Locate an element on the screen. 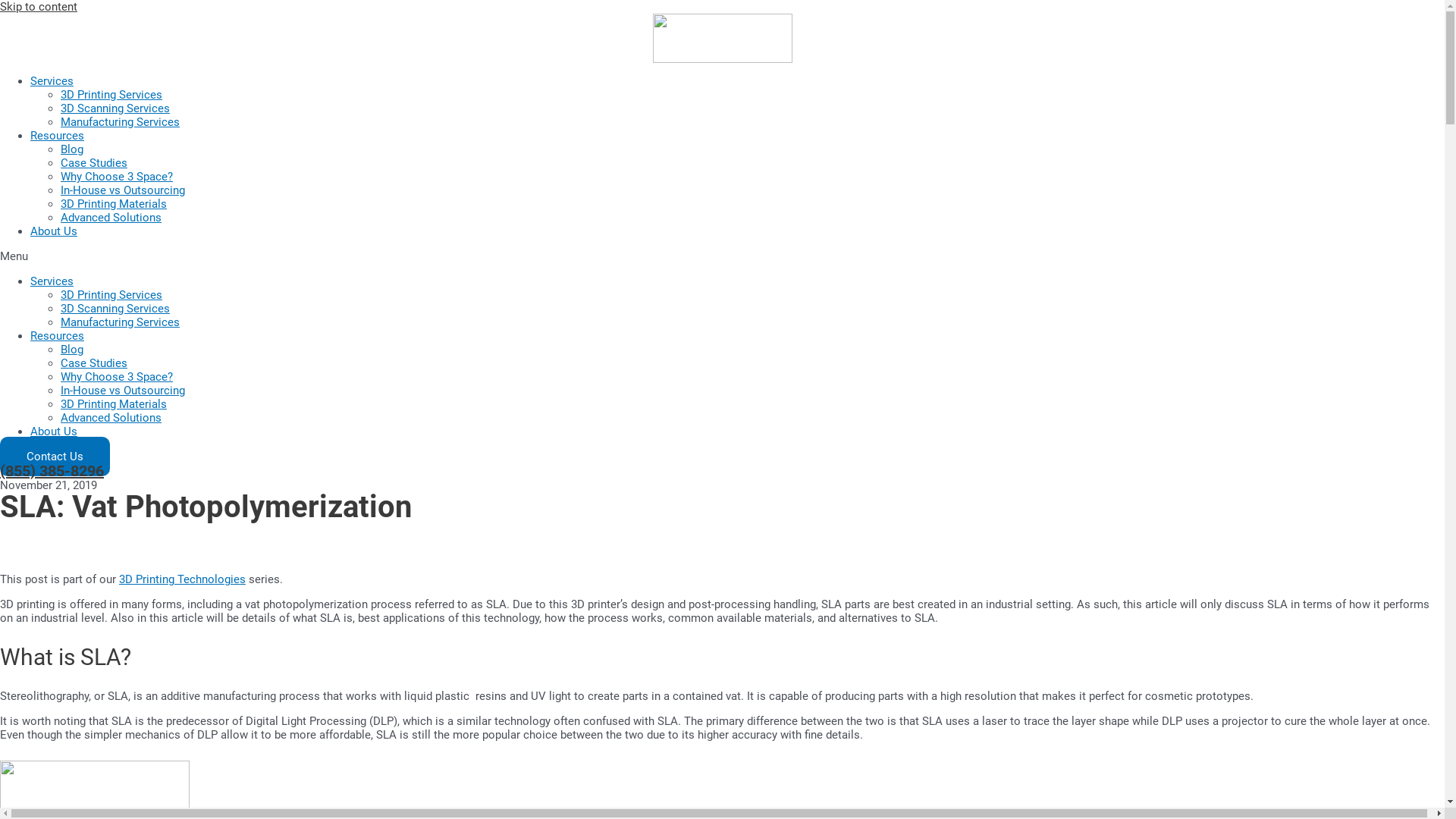  '3D Printing Technologies' is located at coordinates (182, 579).